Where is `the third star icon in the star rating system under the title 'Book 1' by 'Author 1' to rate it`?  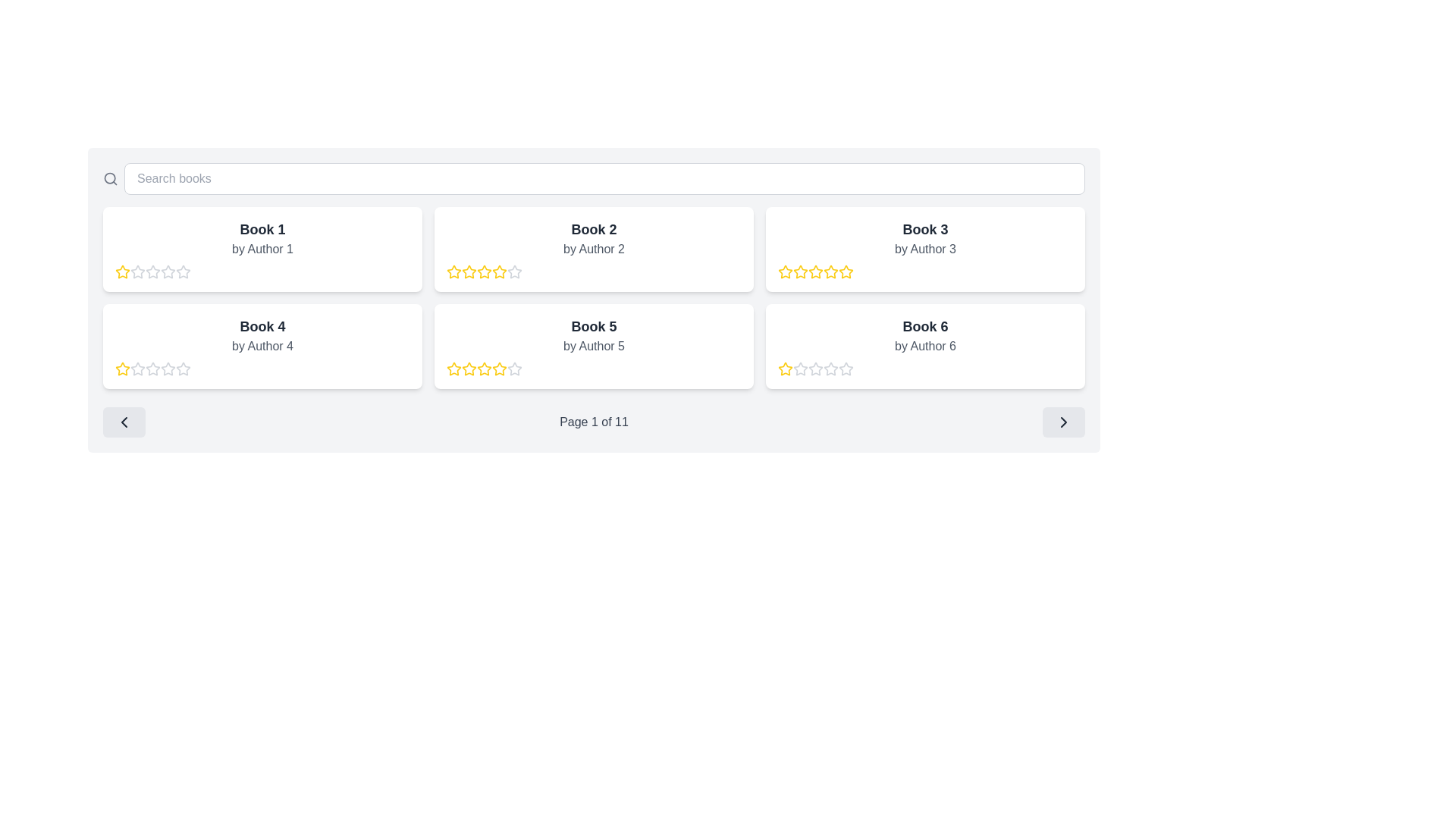 the third star icon in the star rating system under the title 'Book 1' by 'Author 1' to rate it is located at coordinates (138, 271).